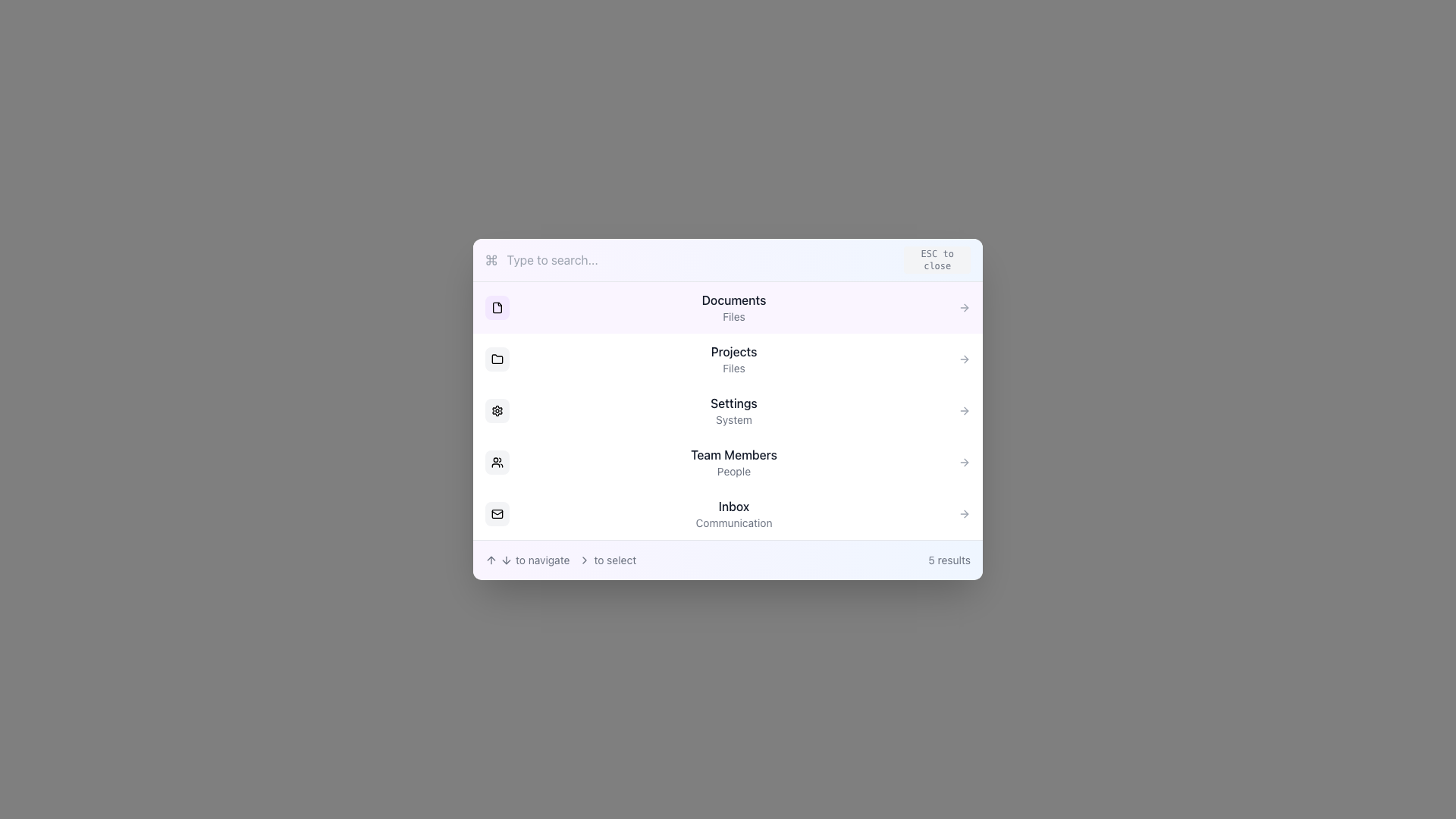 The width and height of the screenshot is (1456, 819). What do you see at coordinates (734, 307) in the screenshot?
I see `the 'Documents' menu item, which features bold text above smaller italicized text, located at the top of a vertical menu with a purple background` at bounding box center [734, 307].